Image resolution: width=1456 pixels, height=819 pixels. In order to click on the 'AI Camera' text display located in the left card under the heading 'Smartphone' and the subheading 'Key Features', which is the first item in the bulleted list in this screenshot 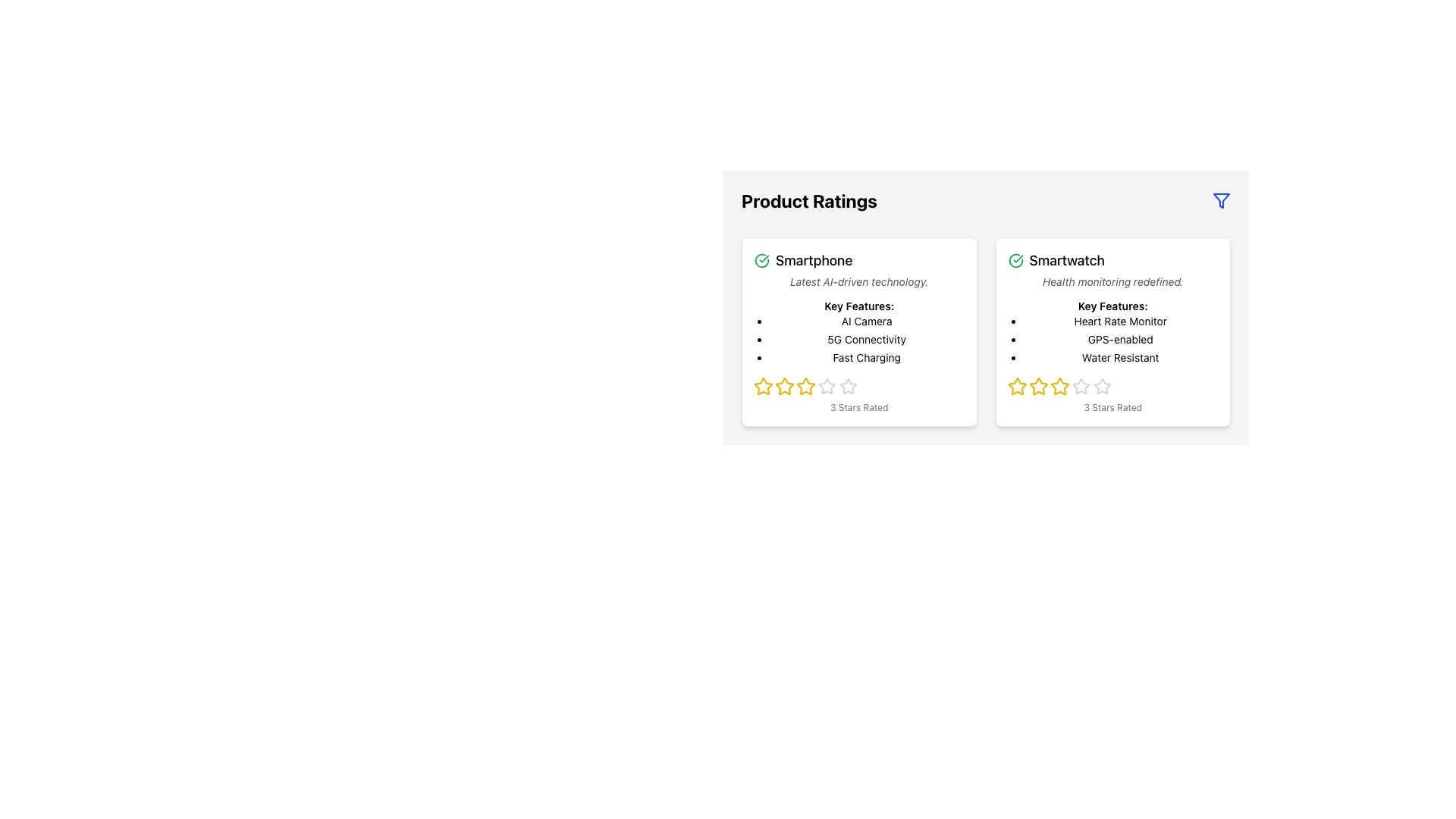, I will do `click(867, 321)`.